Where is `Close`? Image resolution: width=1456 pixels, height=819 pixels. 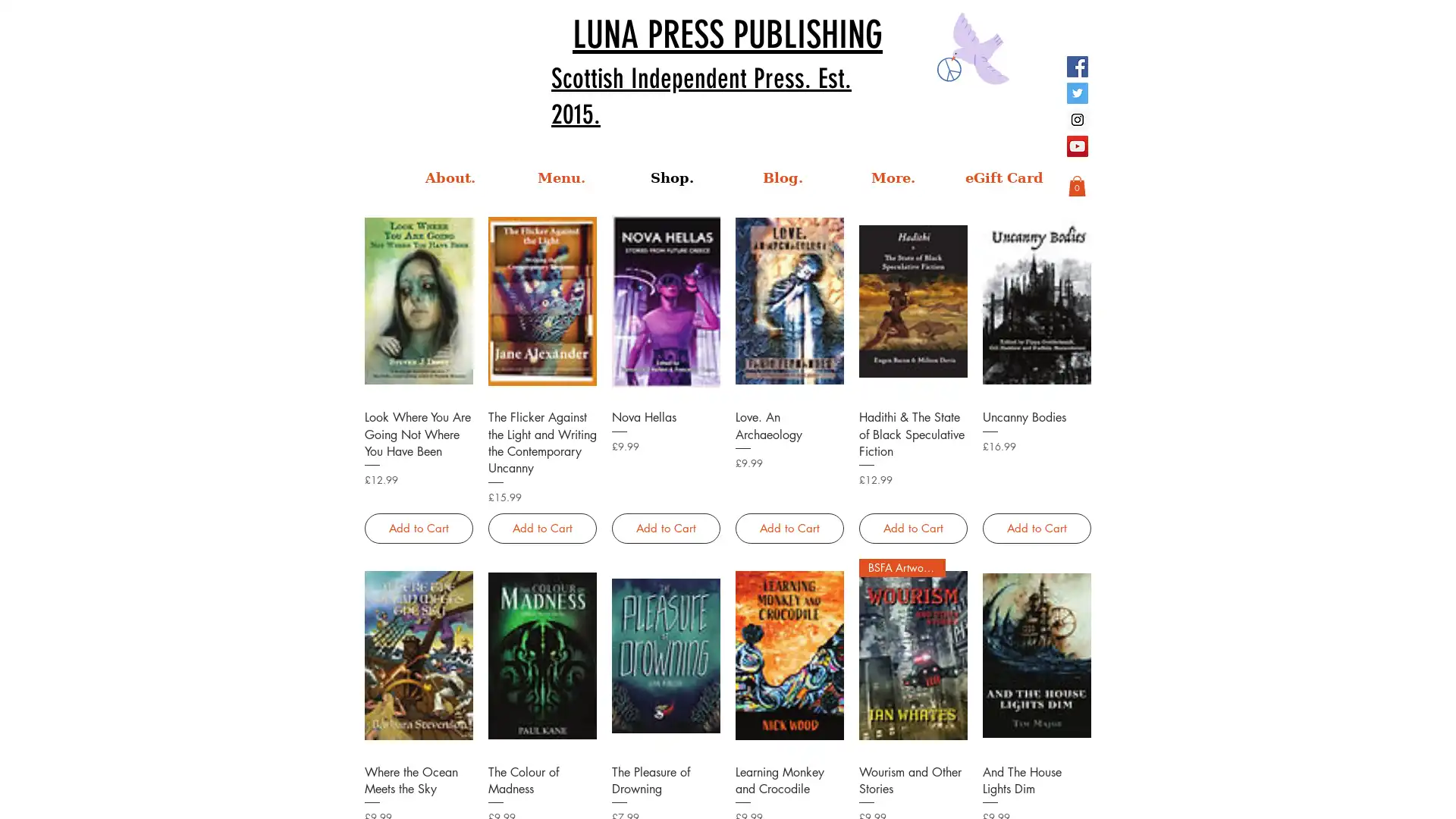 Close is located at coordinates (1437, 794).